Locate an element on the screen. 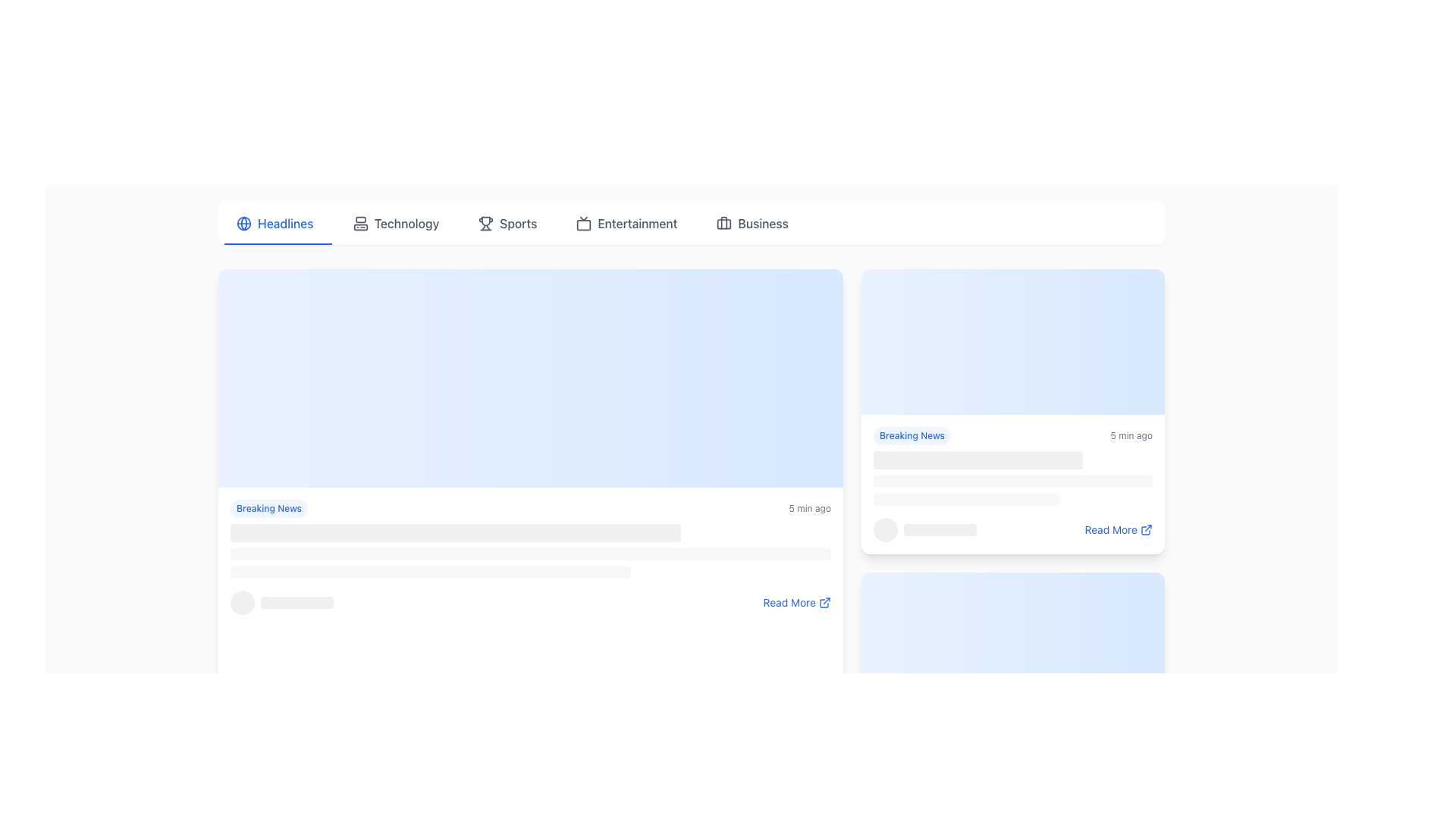 The height and width of the screenshot is (819, 1456). the external link indicator icon located immediately to the right of the 'Read More' text at the bottom-right corner of the card-like section is located at coordinates (824, 601).